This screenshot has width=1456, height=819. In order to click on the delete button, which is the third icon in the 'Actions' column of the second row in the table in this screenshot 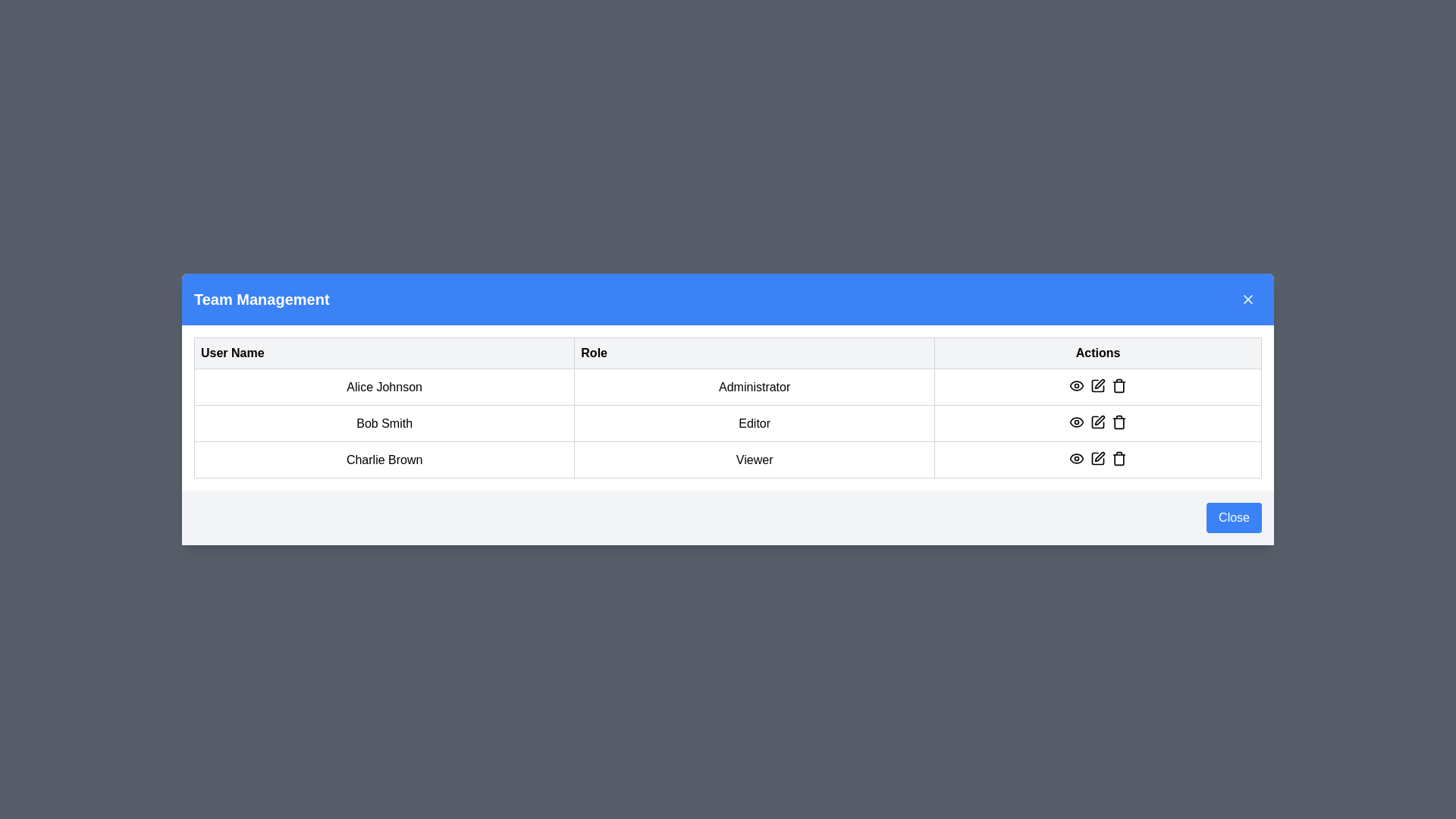, I will do `click(1119, 385)`.